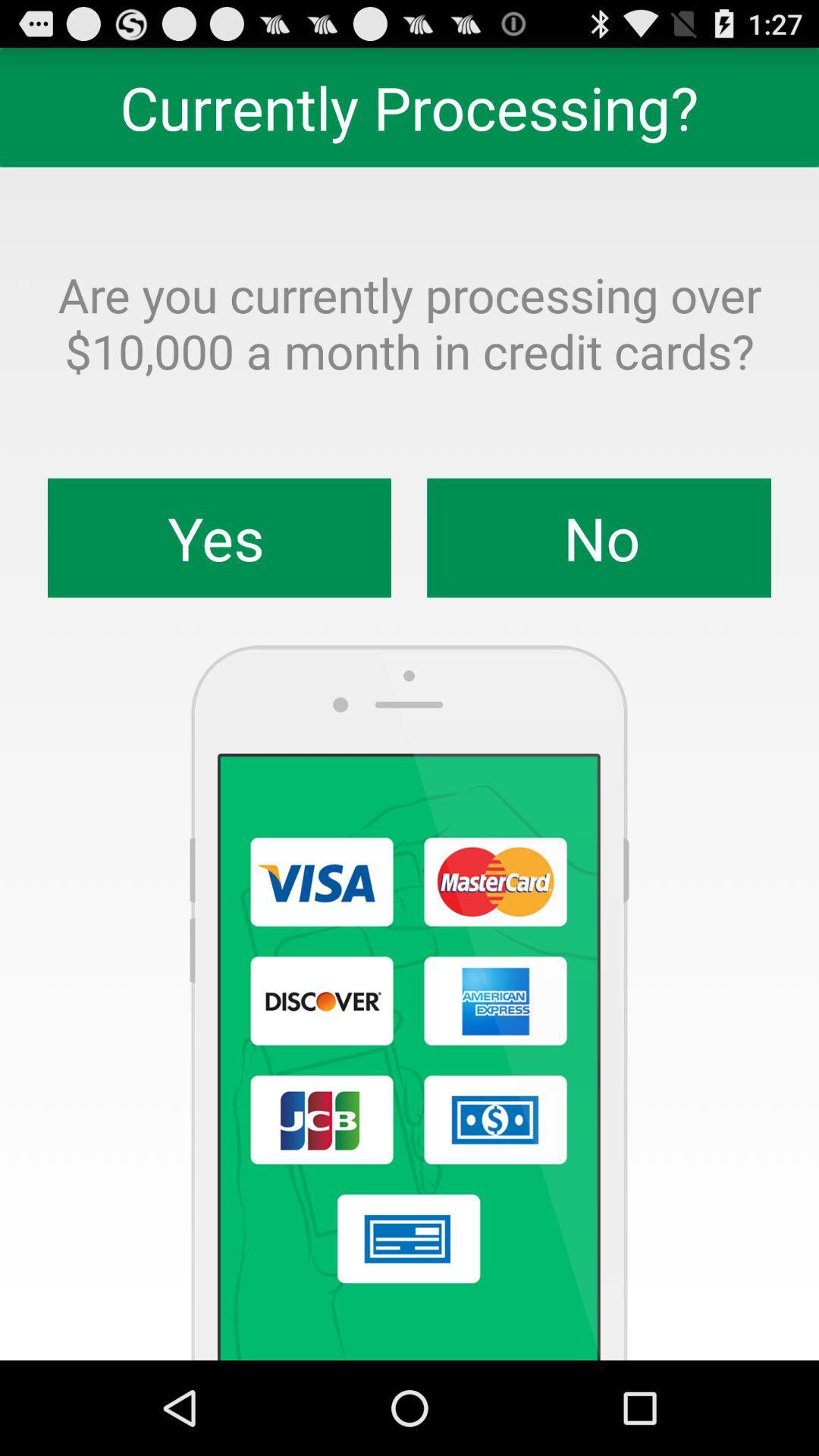 The height and width of the screenshot is (1456, 819). Describe the element at coordinates (598, 538) in the screenshot. I see `the app below are you currently app` at that location.